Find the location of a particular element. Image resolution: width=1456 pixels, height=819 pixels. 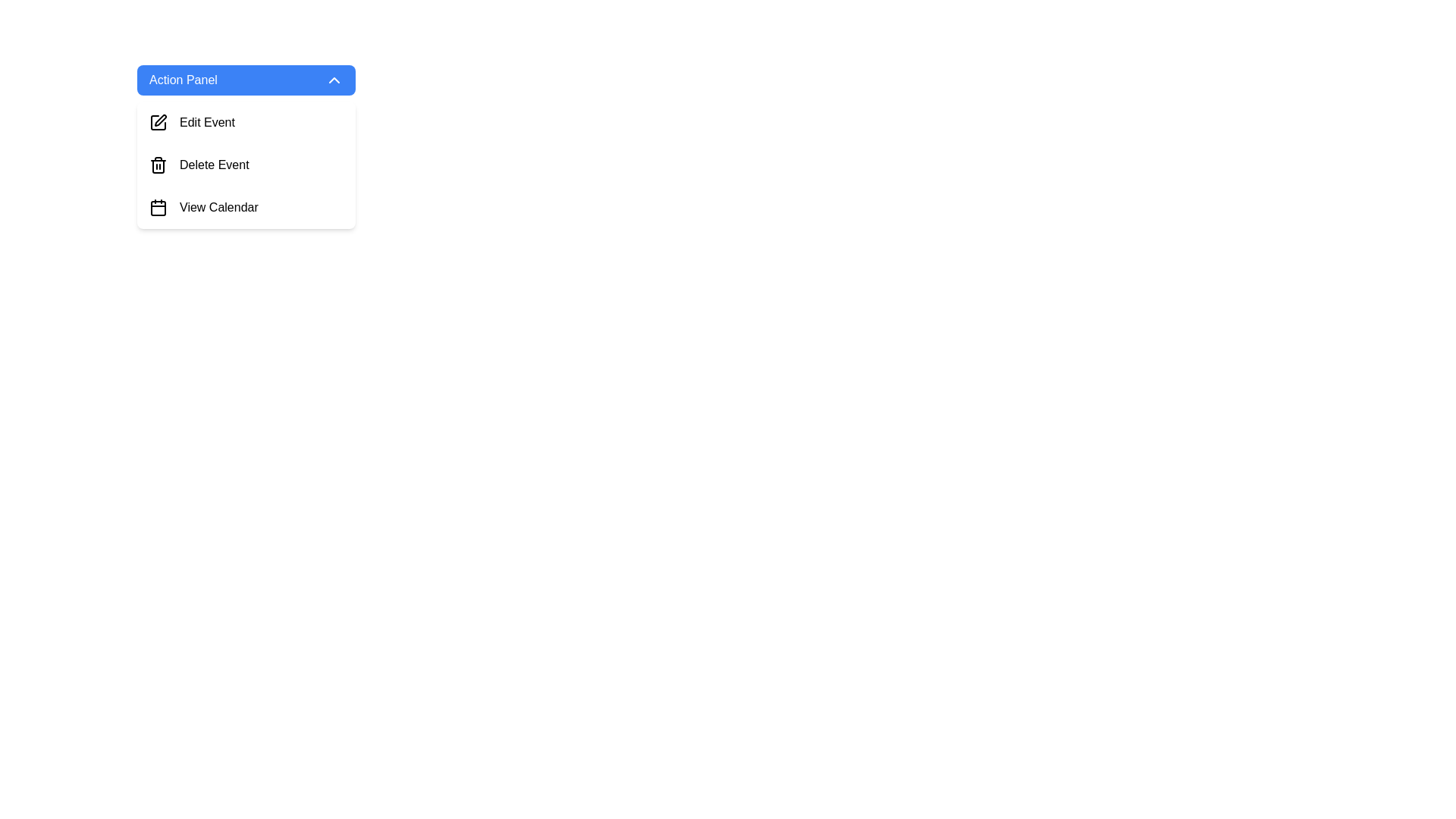

the delete event button with icon and text located in the Action Panel, positioned between 'Edit Event' and 'View Calendar' is located at coordinates (246, 165).